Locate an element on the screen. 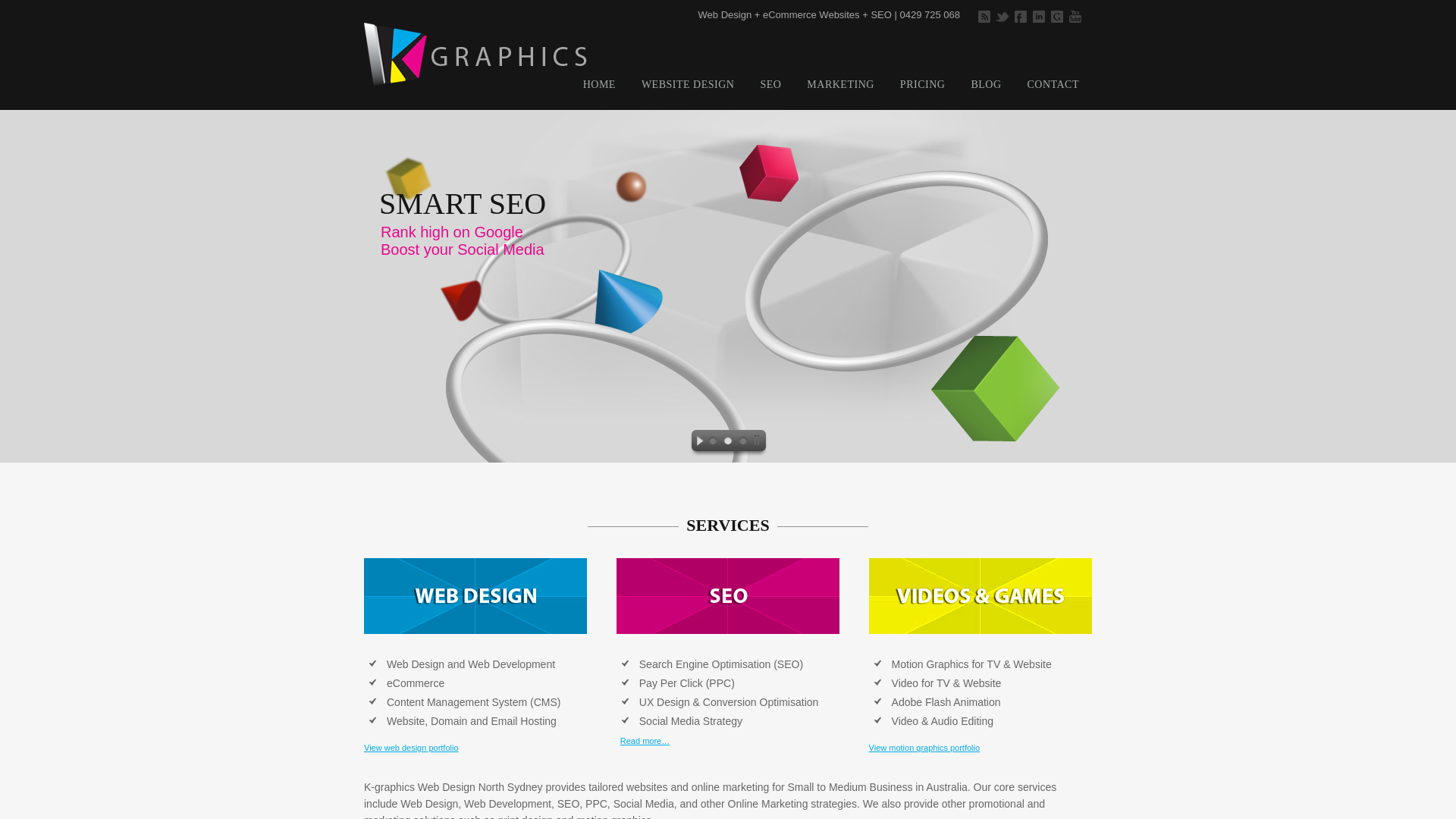 The image size is (1456, 819). 'View motion graphics portfolio' is located at coordinates (924, 747).